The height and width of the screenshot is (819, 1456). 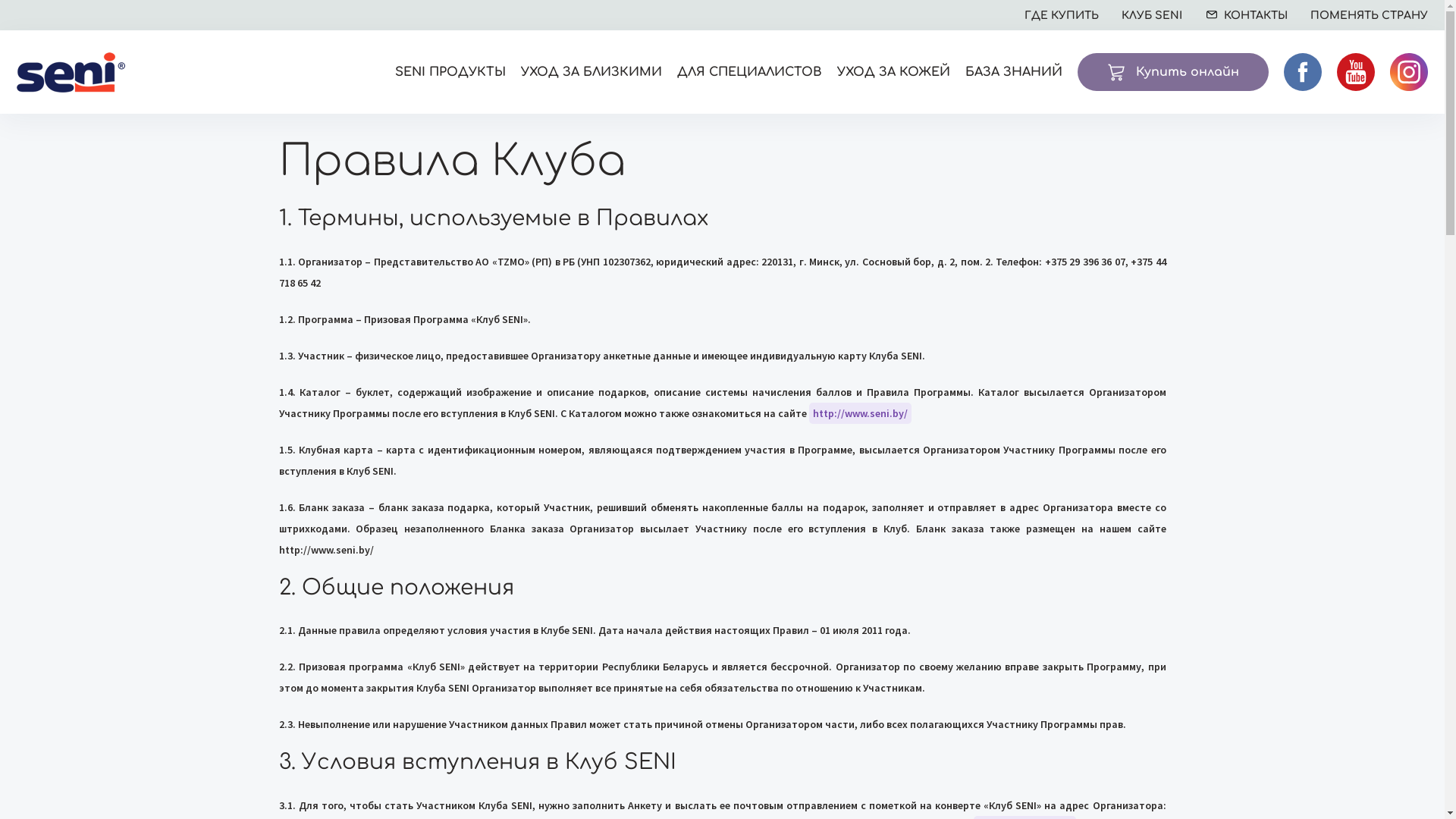 I want to click on 'http://www.seni.by/', so click(x=859, y=413).